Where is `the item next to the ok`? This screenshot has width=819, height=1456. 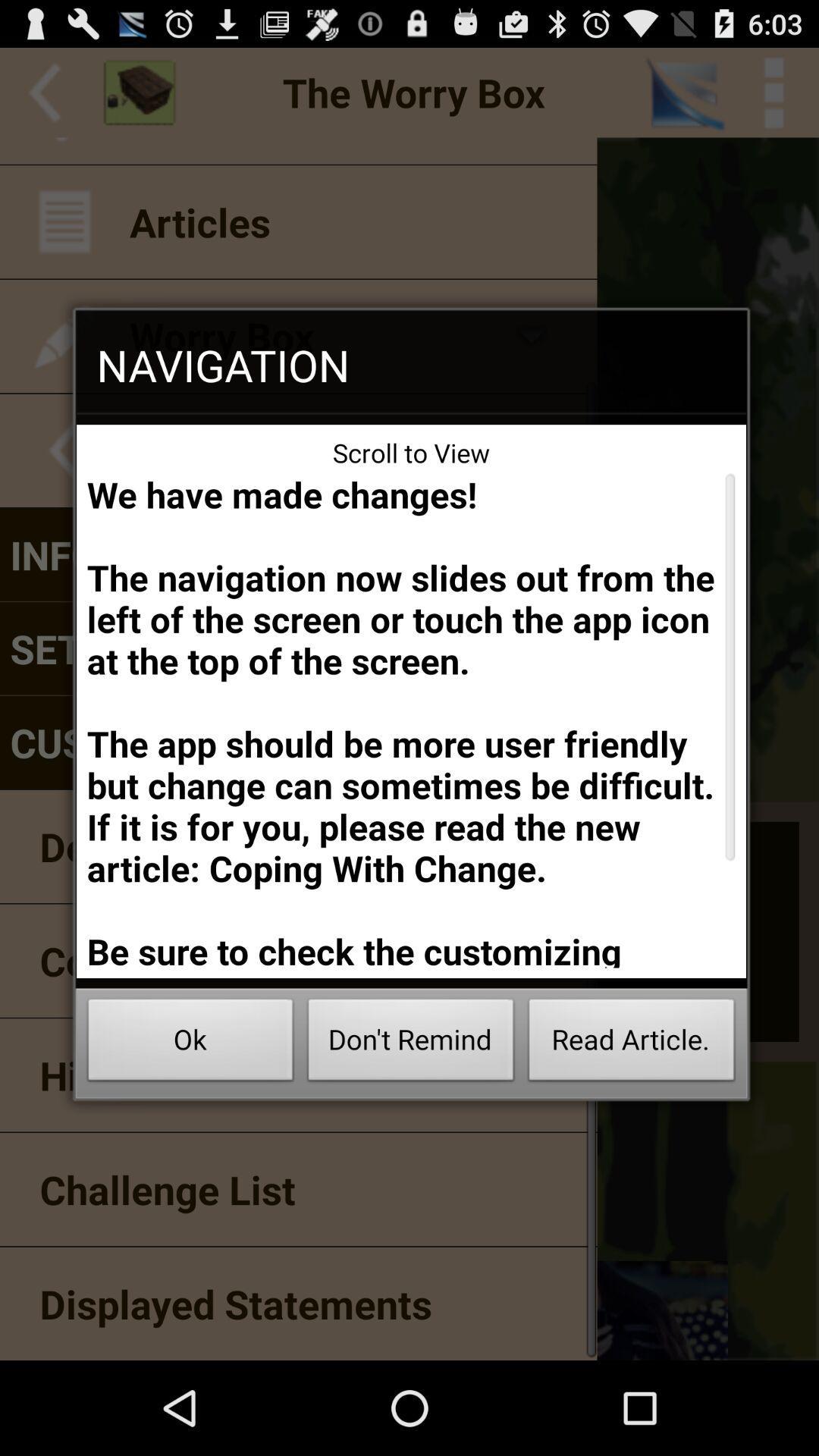 the item next to the ok is located at coordinates (411, 1043).